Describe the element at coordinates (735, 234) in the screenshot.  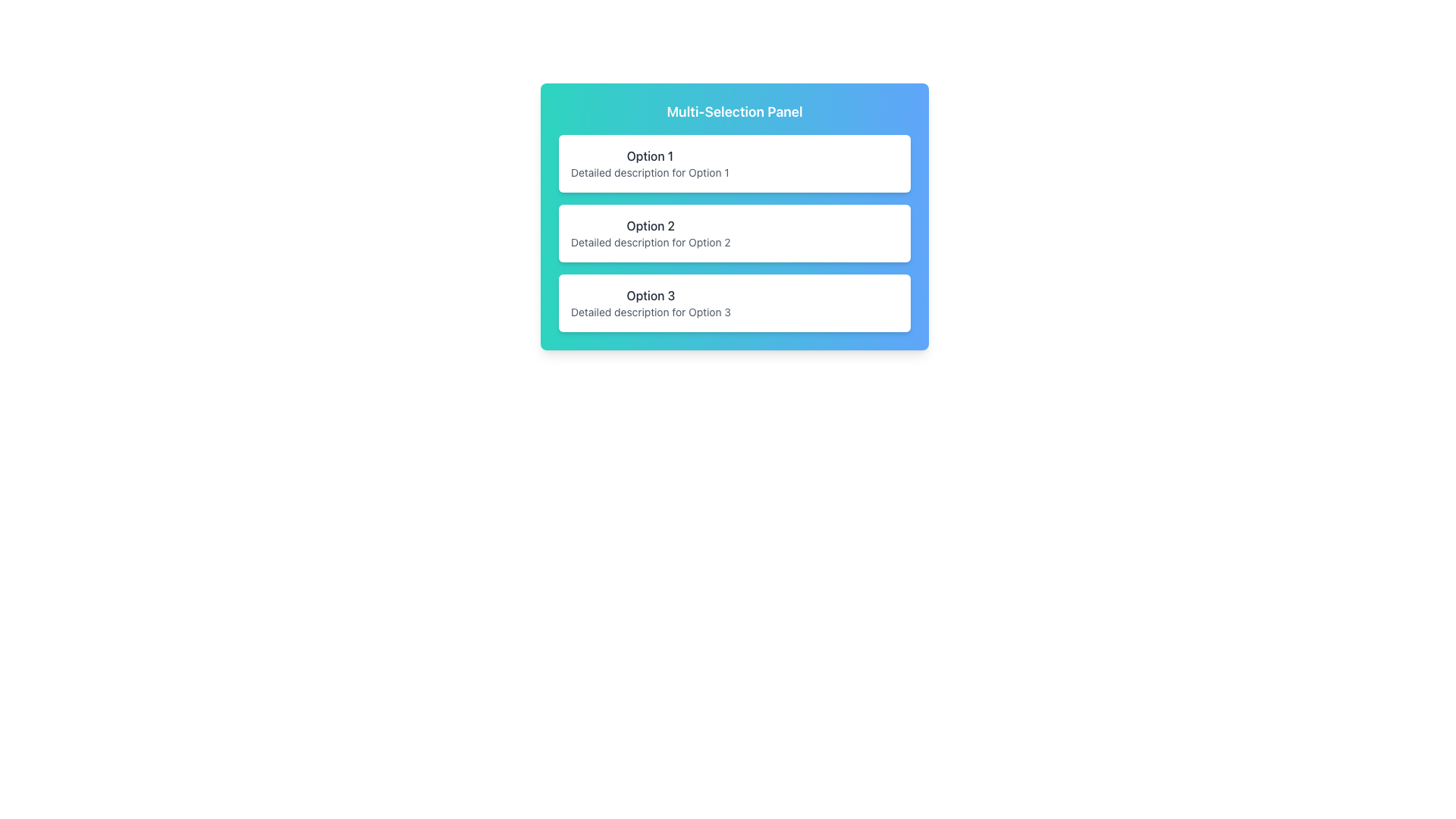
I see `the second item in the list within the 'Multi-Selection Panel'` at that location.